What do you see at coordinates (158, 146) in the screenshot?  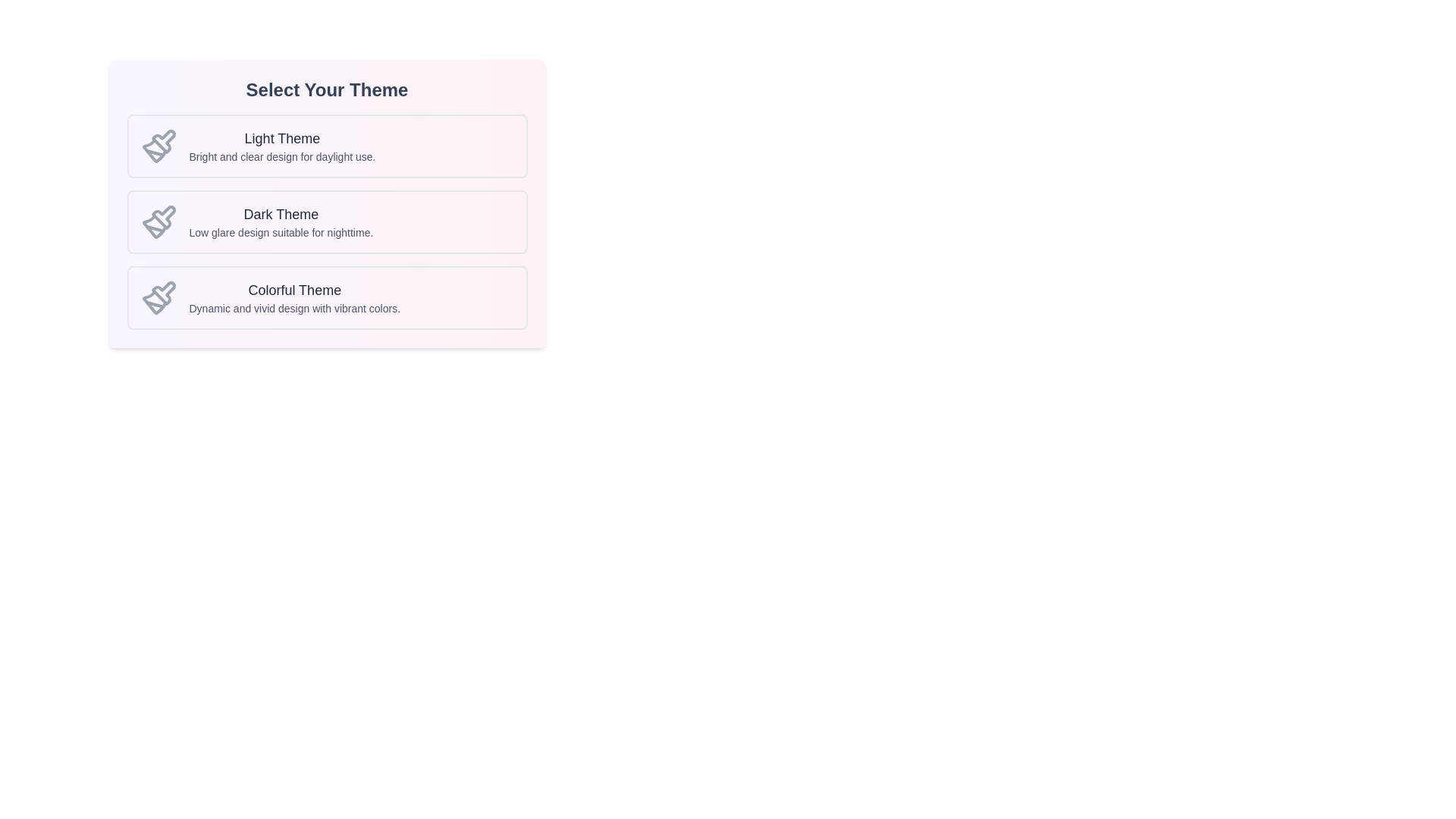 I see `the gray paintbrush icon located at the top-left corner of the 'Light Theme' card` at bounding box center [158, 146].